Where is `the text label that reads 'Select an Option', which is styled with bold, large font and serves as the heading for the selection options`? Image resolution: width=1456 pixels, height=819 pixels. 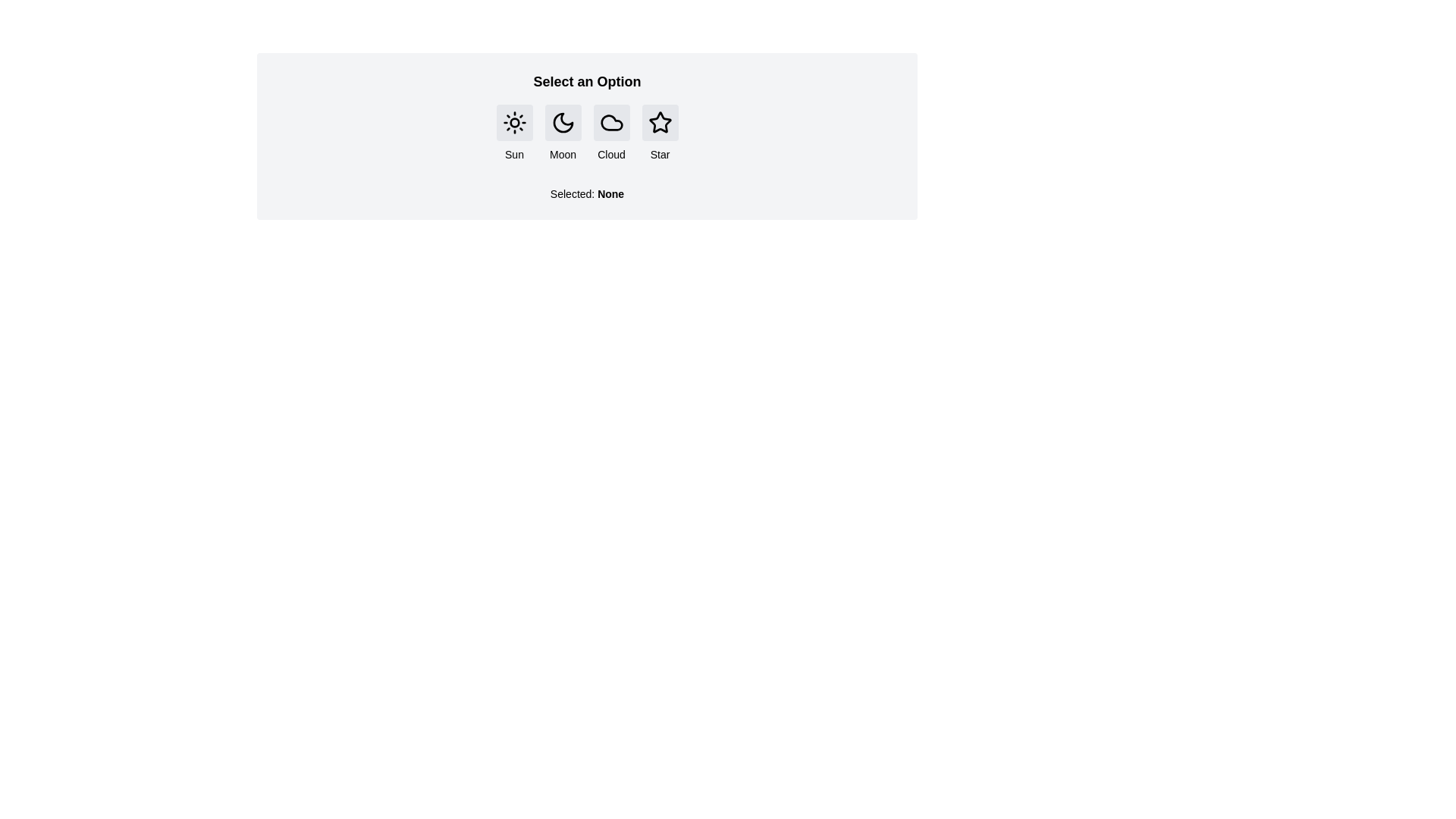 the text label that reads 'Select an Option', which is styled with bold, large font and serves as the heading for the selection options is located at coordinates (586, 82).